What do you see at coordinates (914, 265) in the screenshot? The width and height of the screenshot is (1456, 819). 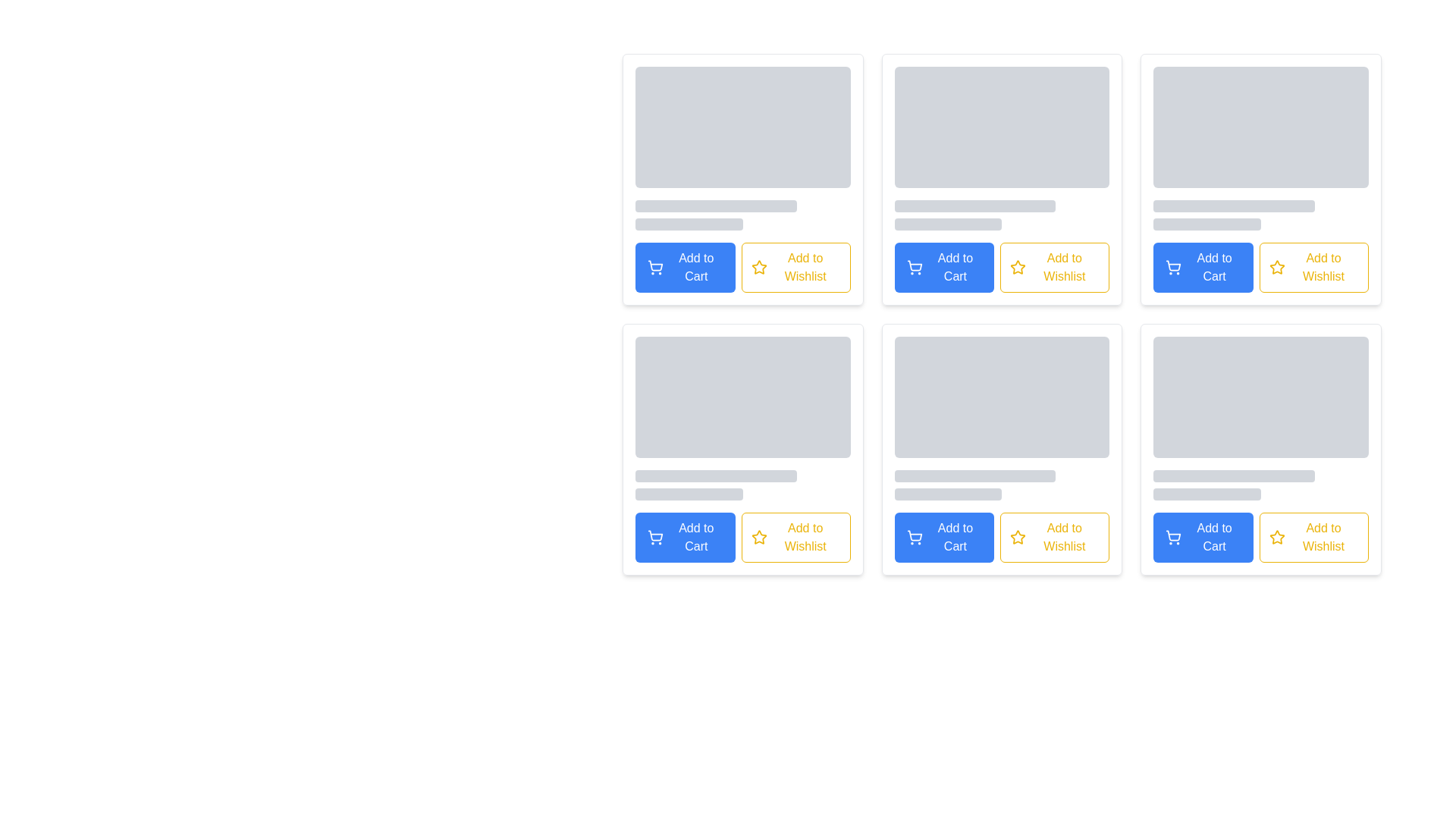 I see `the 'Add to Cart' button associated with the shopping cart icon, which is the second icon in the group of icons representing the cart functionality` at bounding box center [914, 265].